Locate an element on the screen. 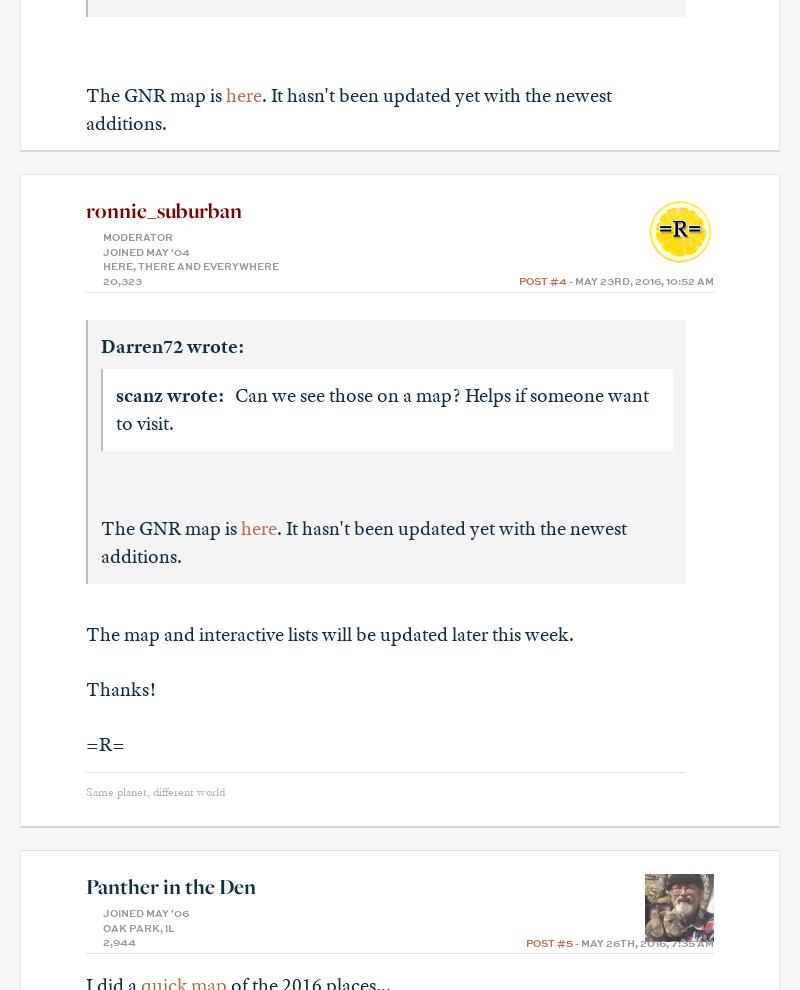 This screenshot has width=800, height=990. 'Can we see those on a map? Helps if someone want to visit.' is located at coordinates (381, 408).